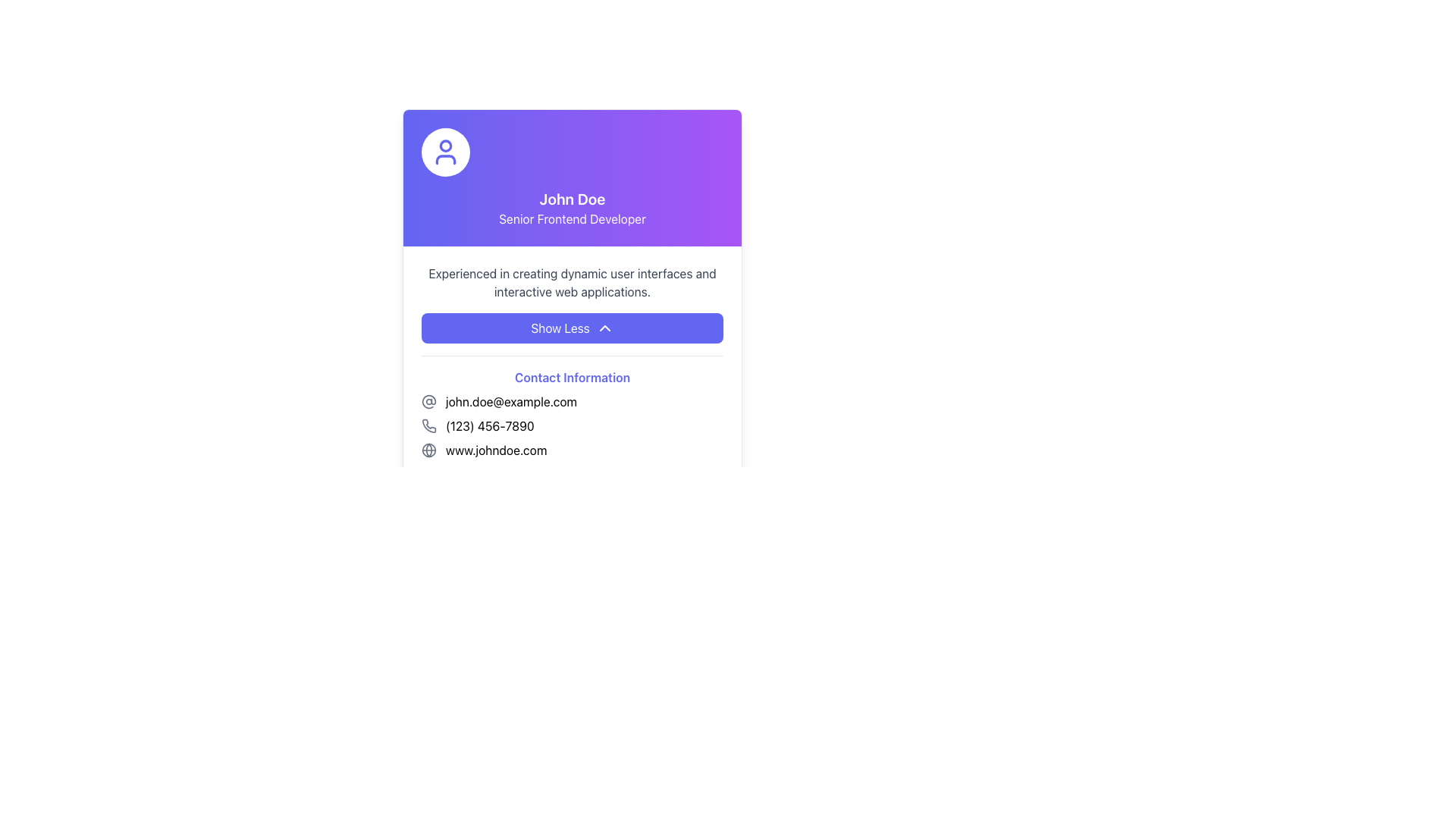  I want to click on the circular globe icon component, which is part of the contact information card at the bottom of the interface, so click(428, 450).